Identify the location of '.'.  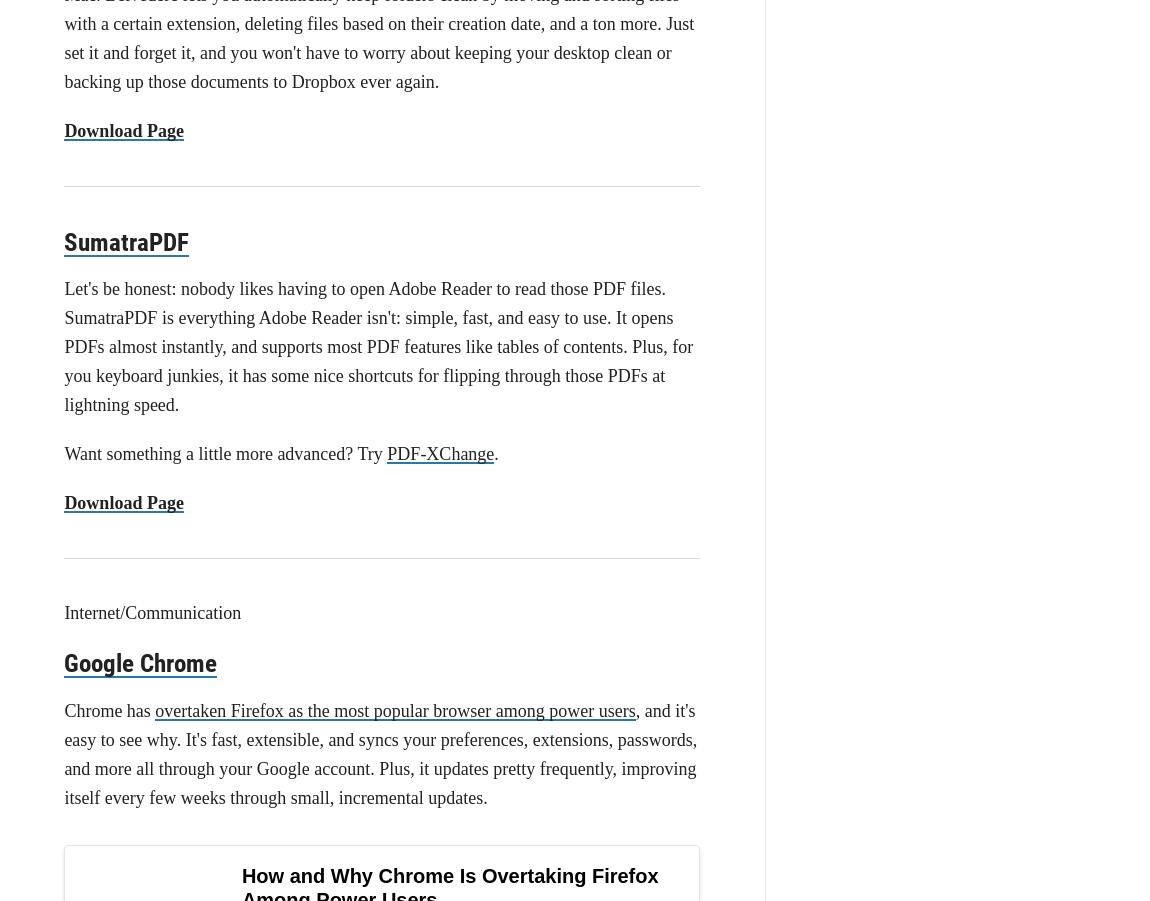
(352, 303).